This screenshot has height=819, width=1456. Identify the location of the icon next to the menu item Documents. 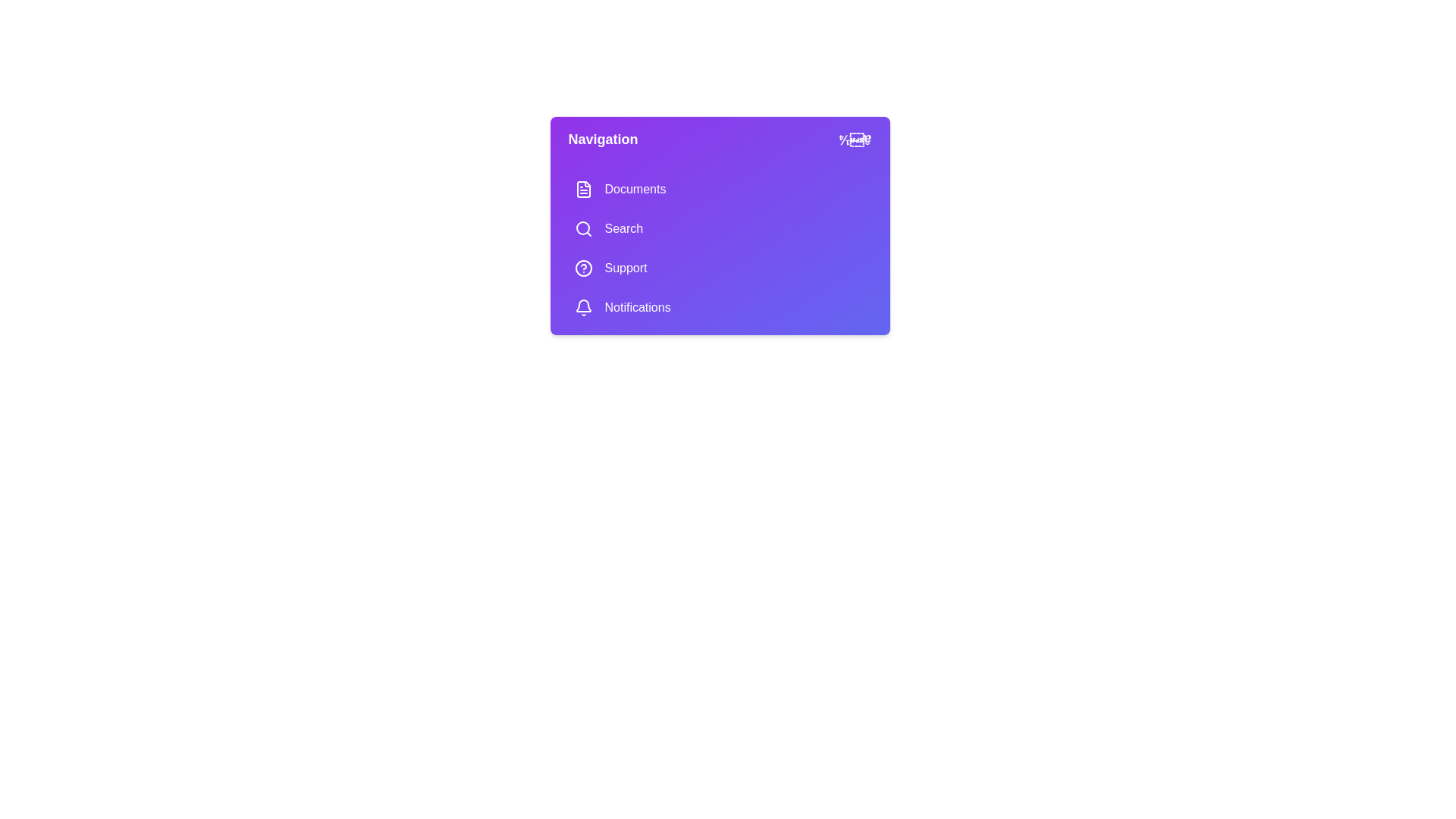
(582, 189).